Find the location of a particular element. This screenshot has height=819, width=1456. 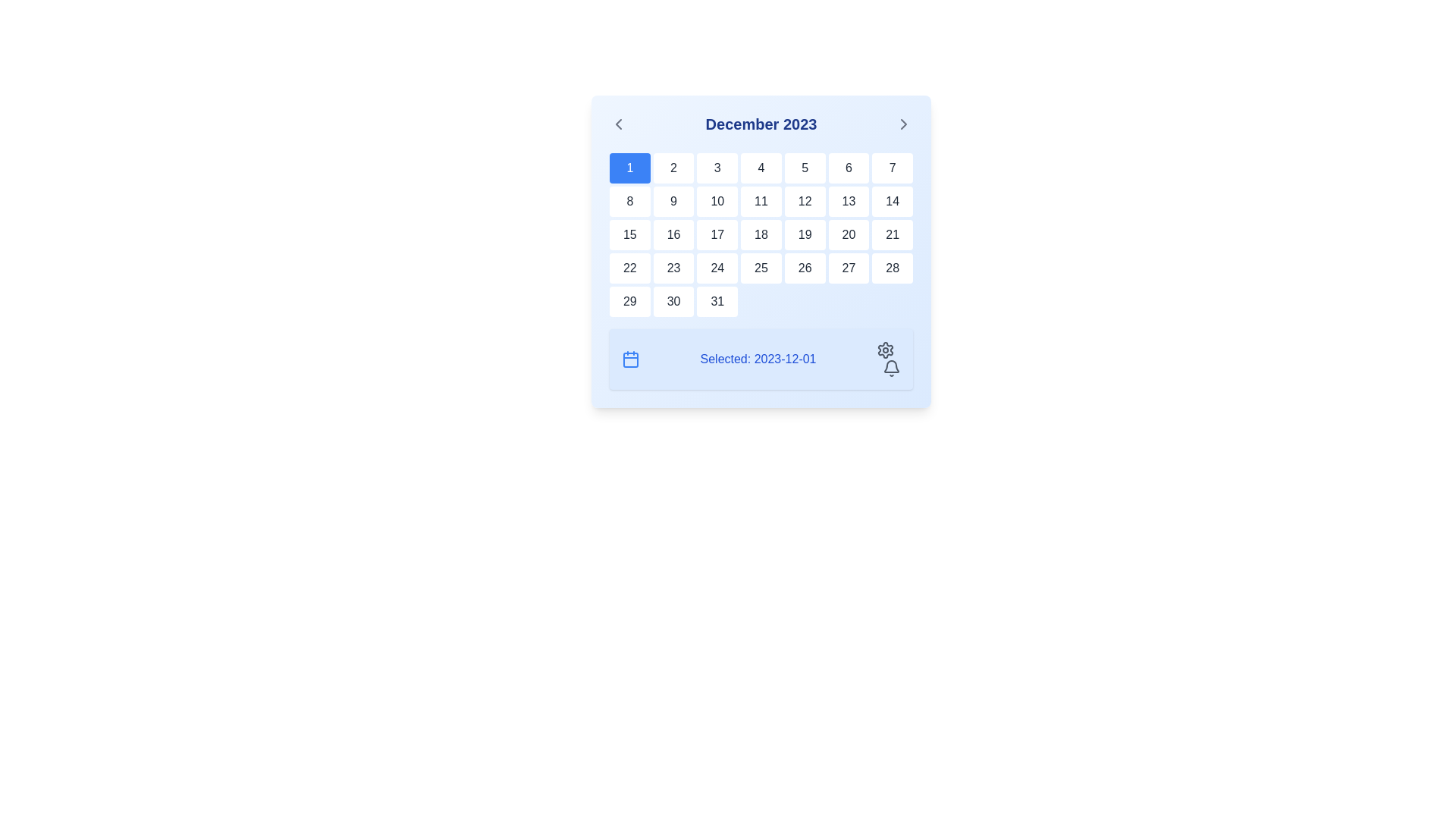

the navigation icon located at the top-right corner of the calendar component next to the month title ('December 2023') is located at coordinates (903, 124).